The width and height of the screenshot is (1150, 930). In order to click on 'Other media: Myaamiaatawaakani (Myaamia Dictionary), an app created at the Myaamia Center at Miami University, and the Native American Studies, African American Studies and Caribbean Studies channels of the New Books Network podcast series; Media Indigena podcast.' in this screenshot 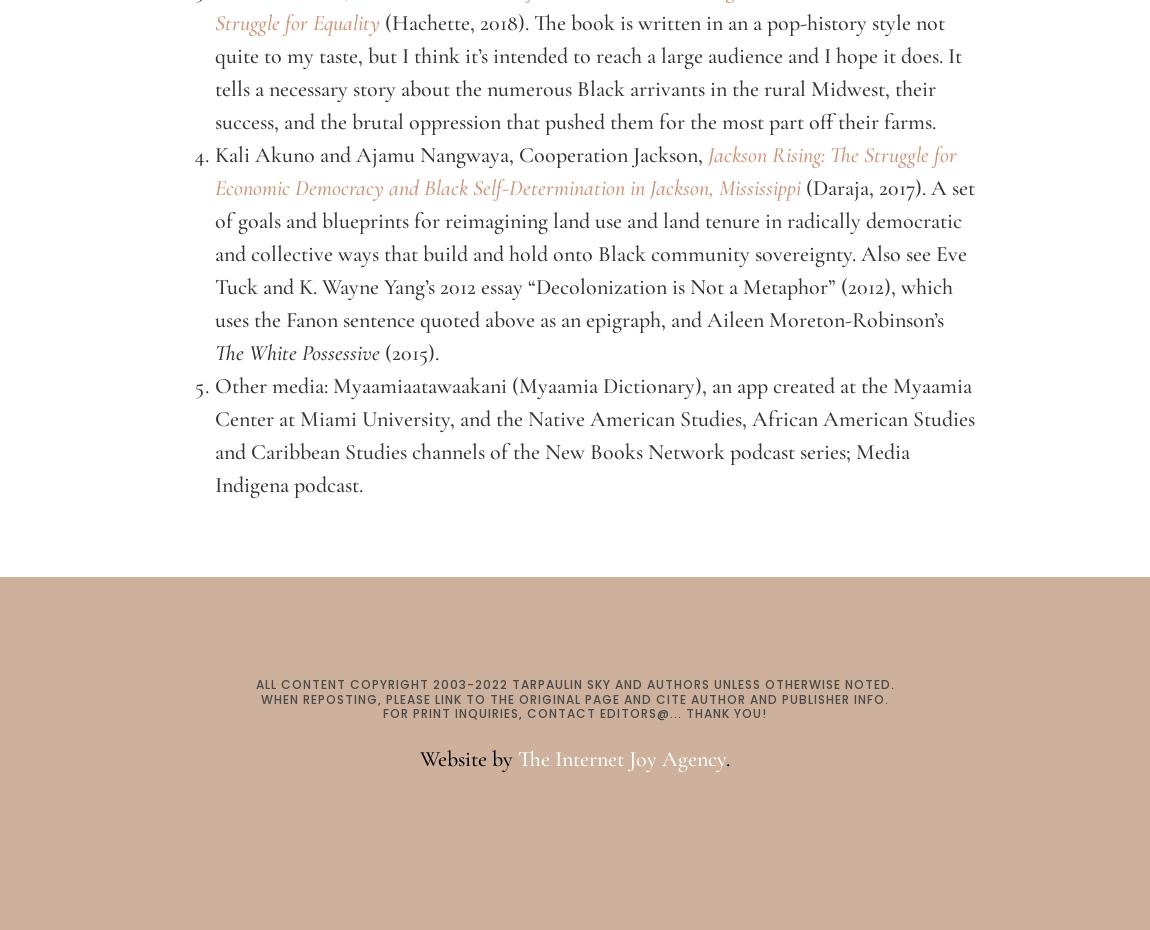, I will do `click(594, 435)`.